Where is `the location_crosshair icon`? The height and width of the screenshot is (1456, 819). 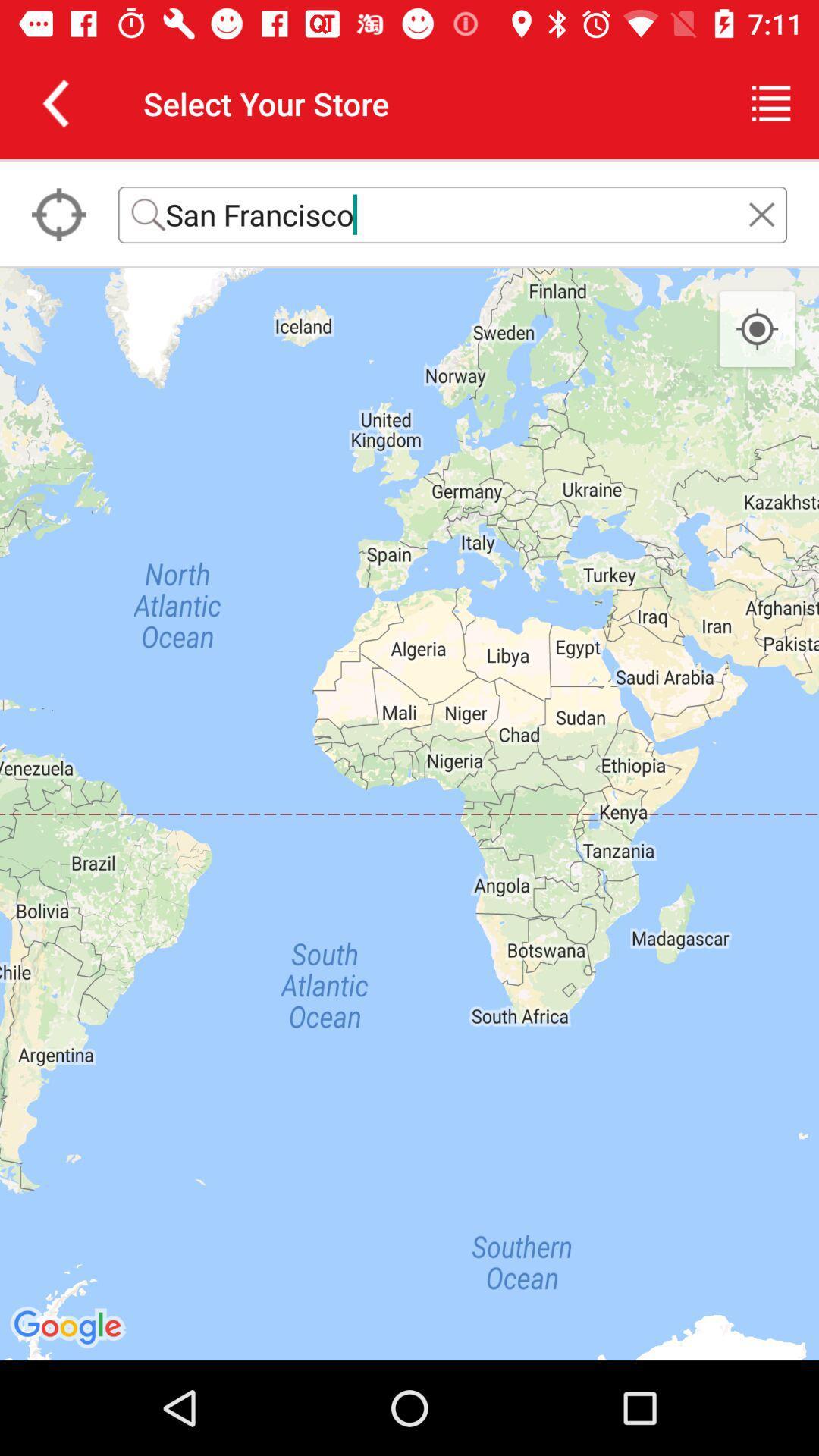
the location_crosshair icon is located at coordinates (58, 214).